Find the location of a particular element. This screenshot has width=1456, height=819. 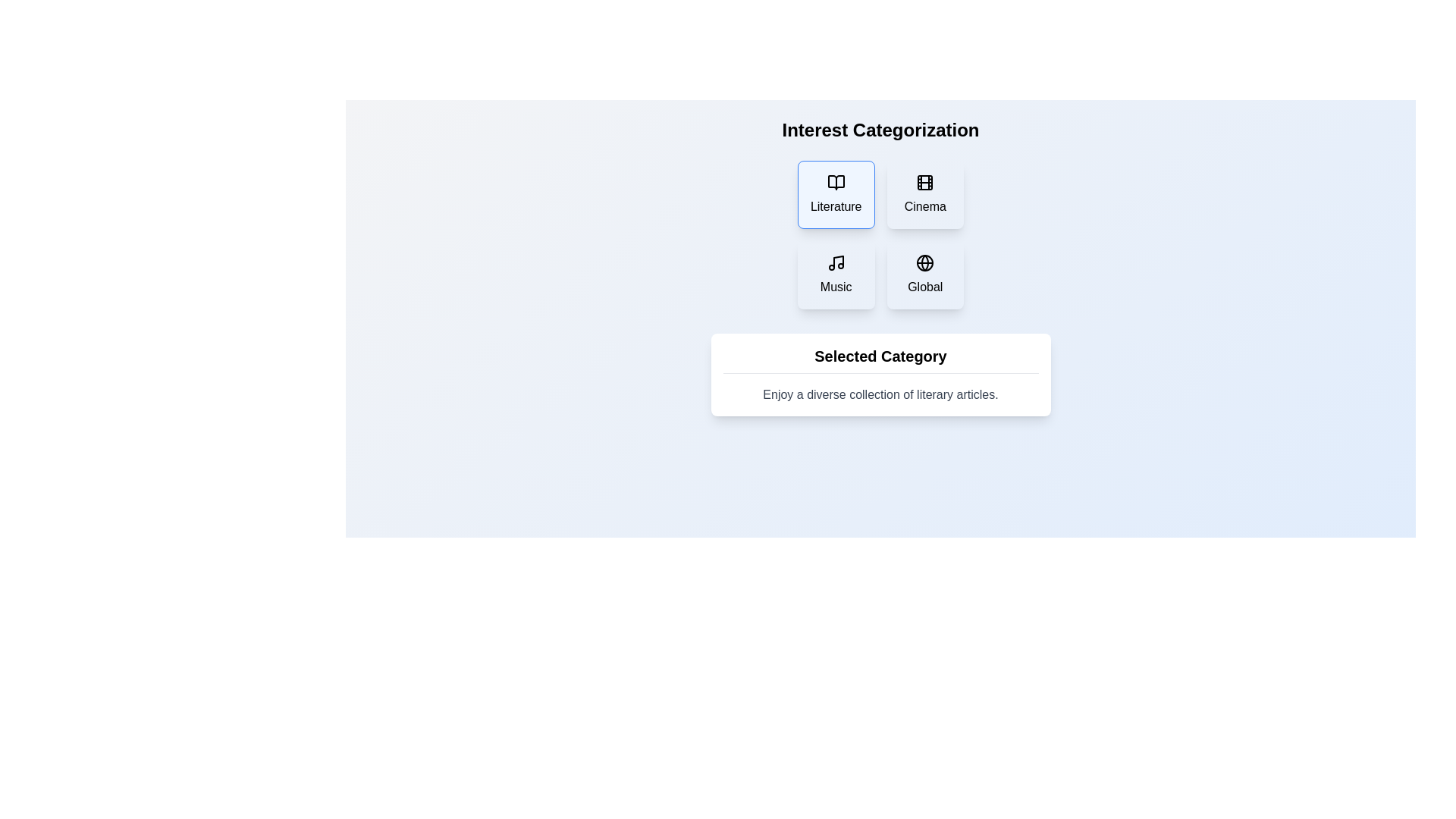

the open book icon, which is black and set against a light blue background, located above the 'Literature' text label in the top-left button of a grid layout is located at coordinates (835, 181).